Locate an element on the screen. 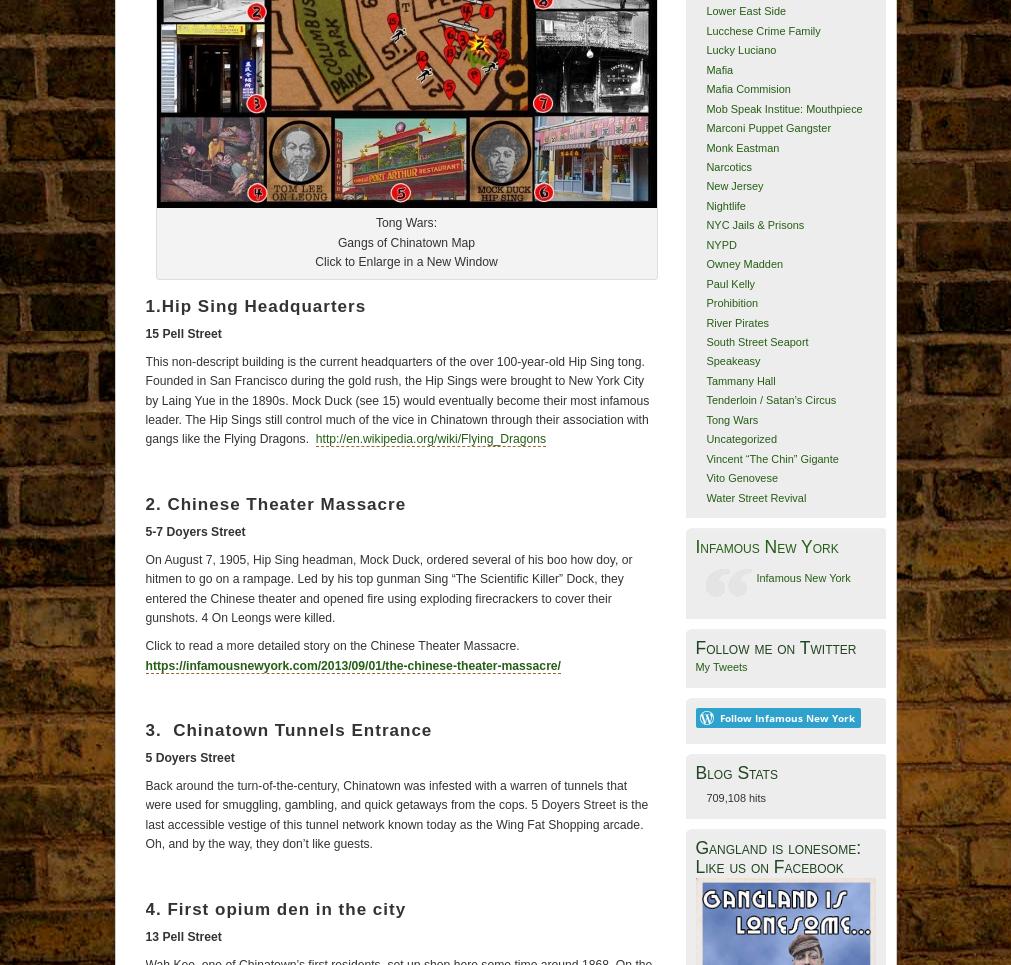 The height and width of the screenshot is (965, 1011). 'Speakeasy' is located at coordinates (731, 361).